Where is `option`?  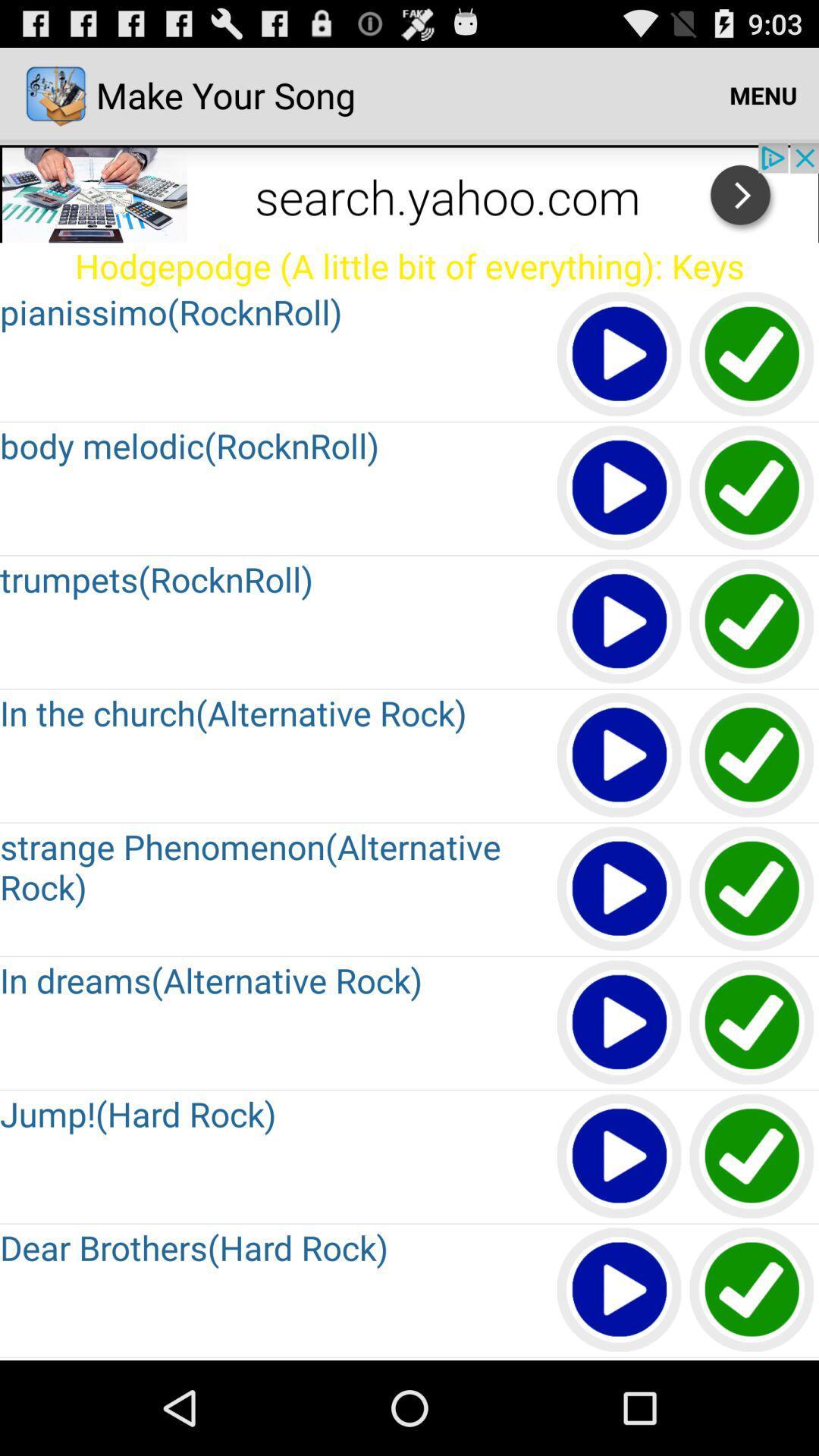
option is located at coordinates (752, 622).